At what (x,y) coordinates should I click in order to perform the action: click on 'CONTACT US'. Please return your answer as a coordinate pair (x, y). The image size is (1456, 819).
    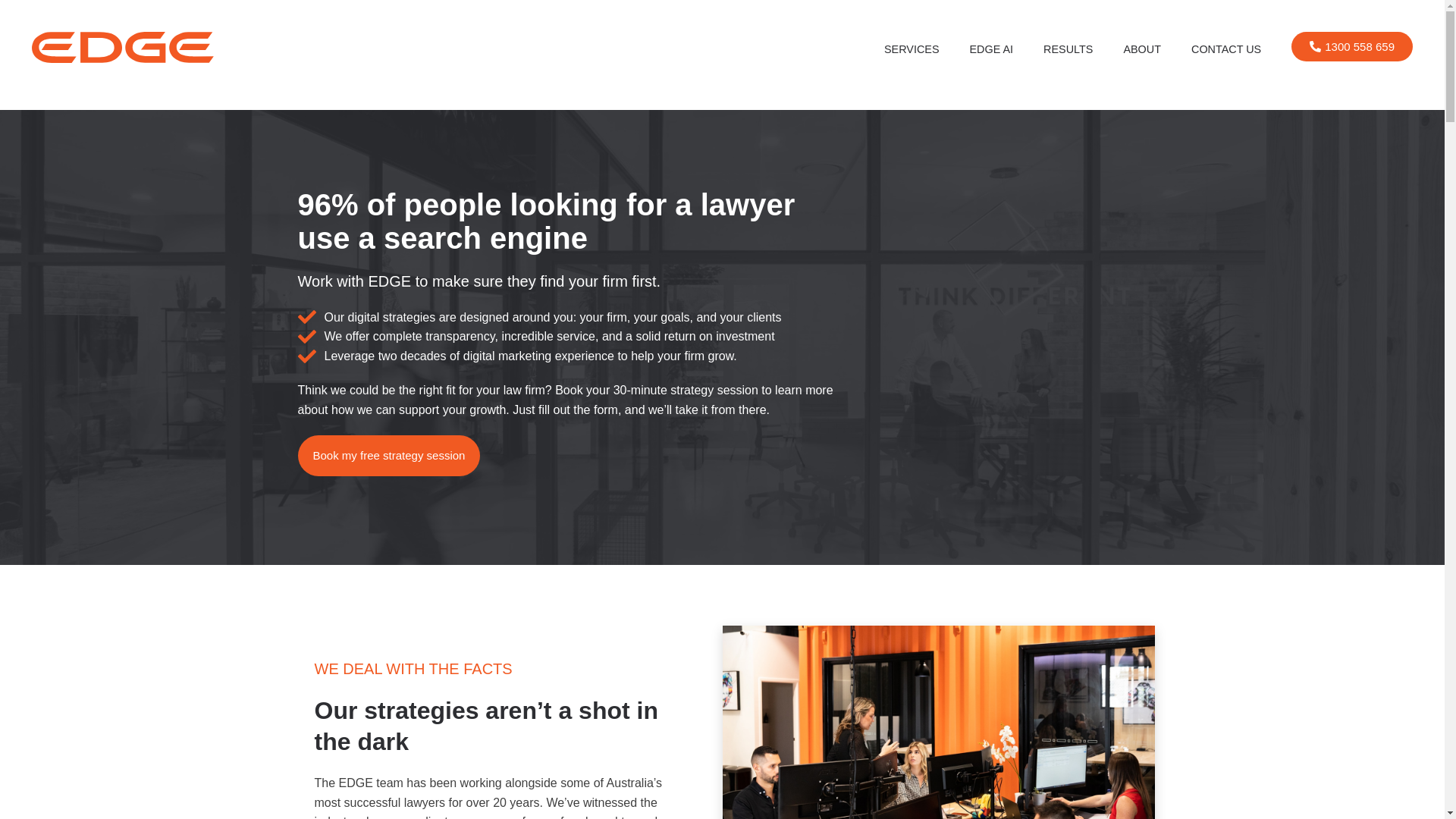
    Looking at the image, I should click on (1226, 49).